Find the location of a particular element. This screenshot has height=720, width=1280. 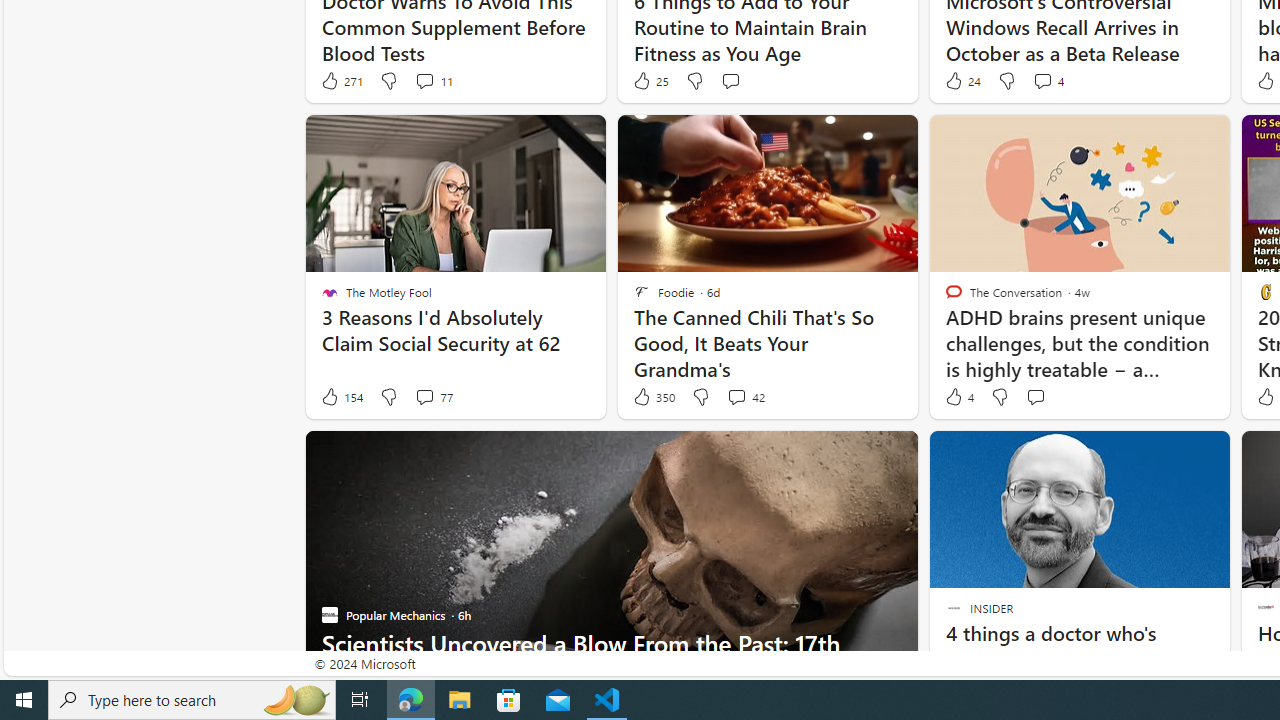

'24 Like' is located at coordinates (961, 80).